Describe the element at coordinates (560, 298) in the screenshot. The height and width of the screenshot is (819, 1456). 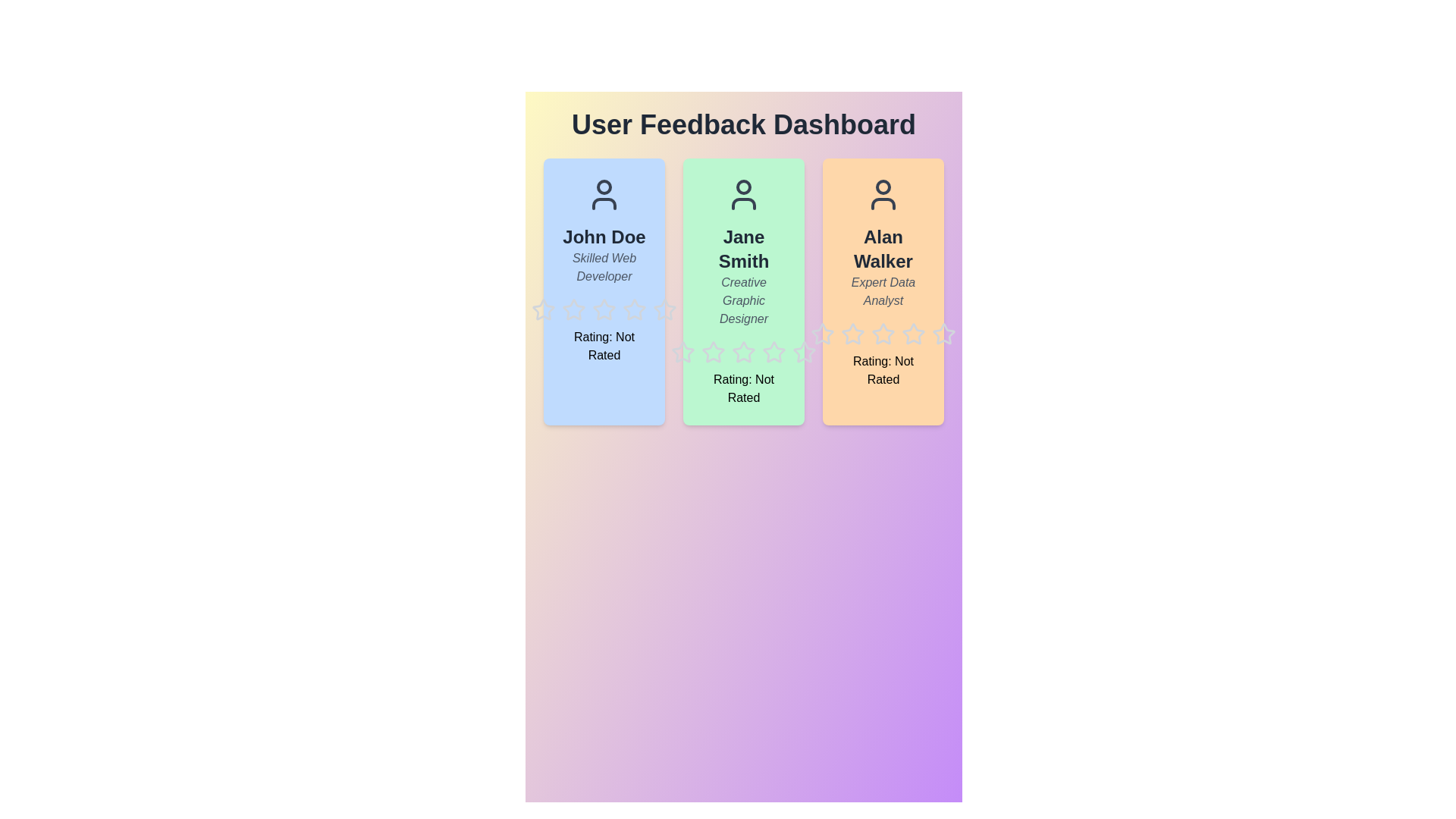
I see `the star icon corresponding to 2 for user John Doe` at that location.